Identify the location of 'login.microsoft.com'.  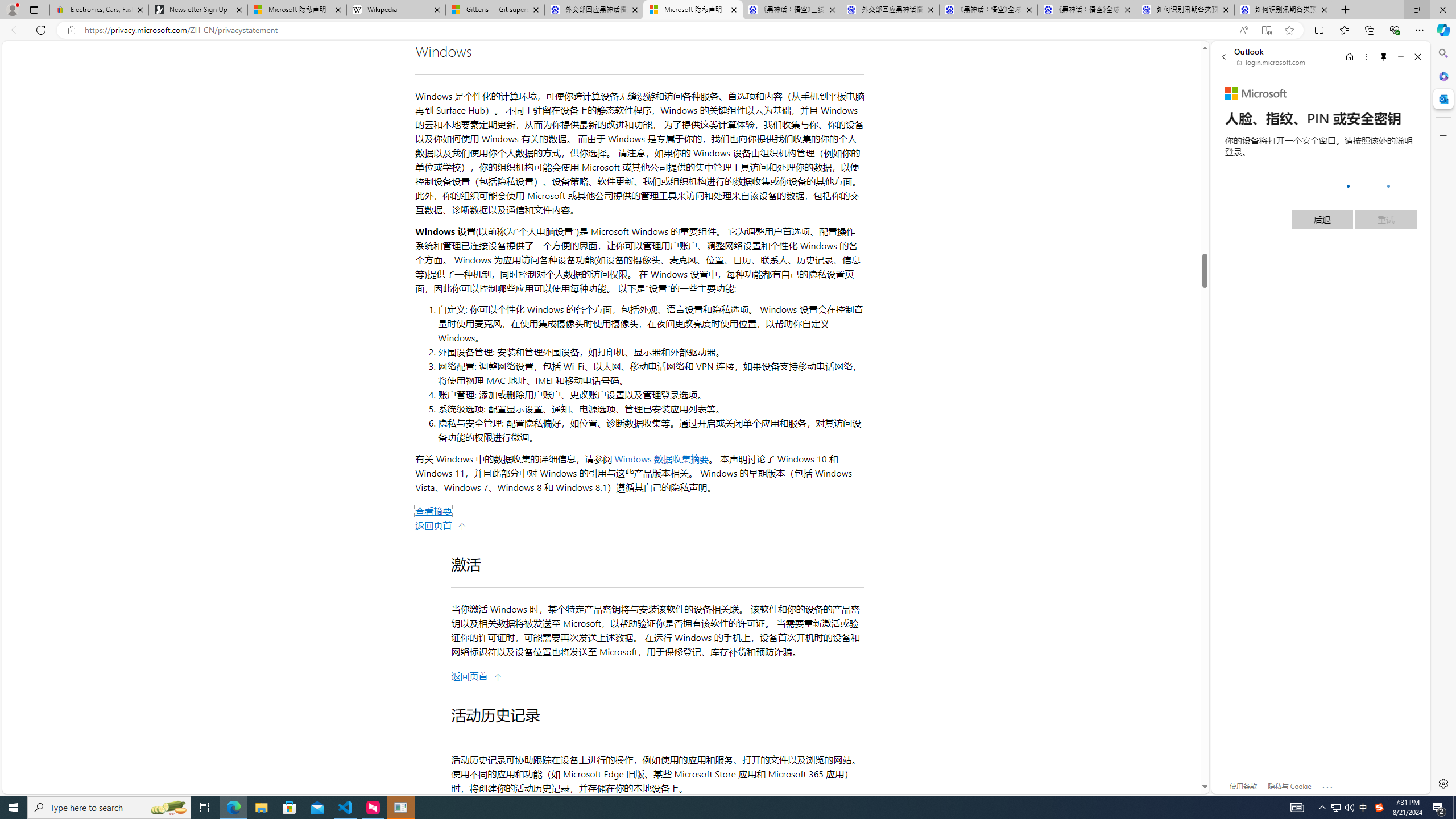
(1271, 61).